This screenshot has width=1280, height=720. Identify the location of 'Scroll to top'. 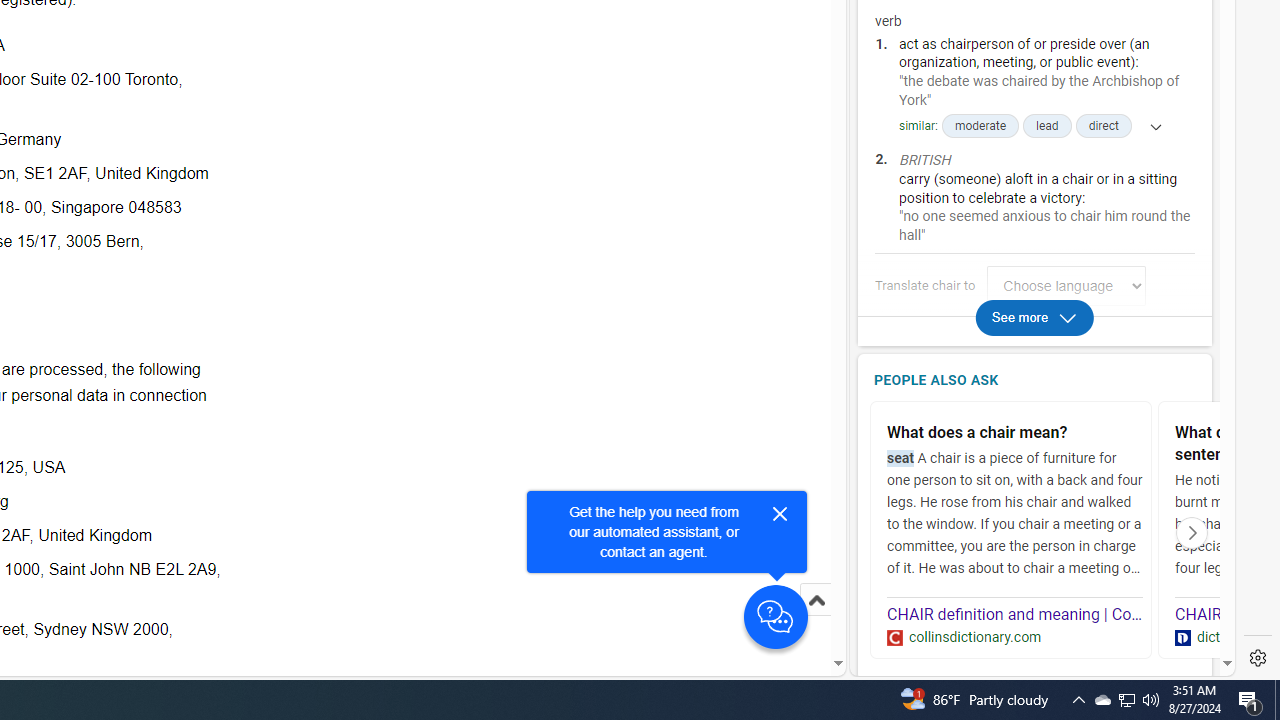
(816, 598).